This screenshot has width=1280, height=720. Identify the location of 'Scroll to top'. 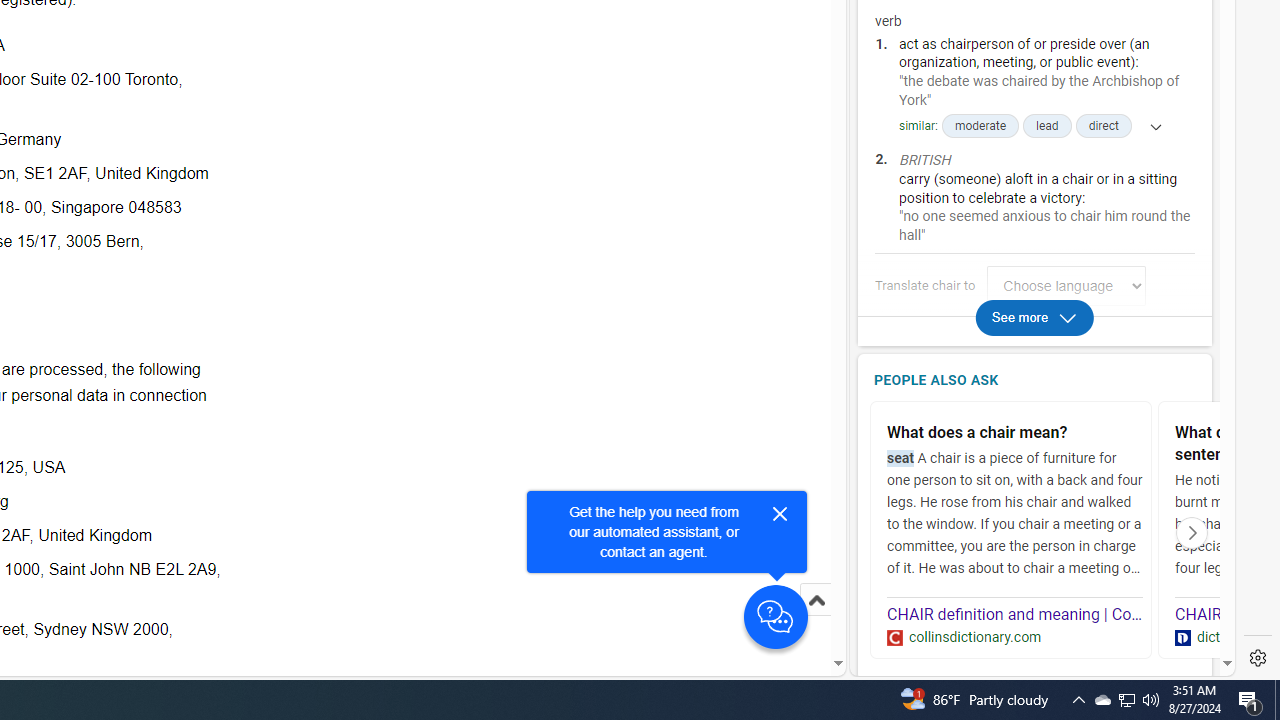
(816, 598).